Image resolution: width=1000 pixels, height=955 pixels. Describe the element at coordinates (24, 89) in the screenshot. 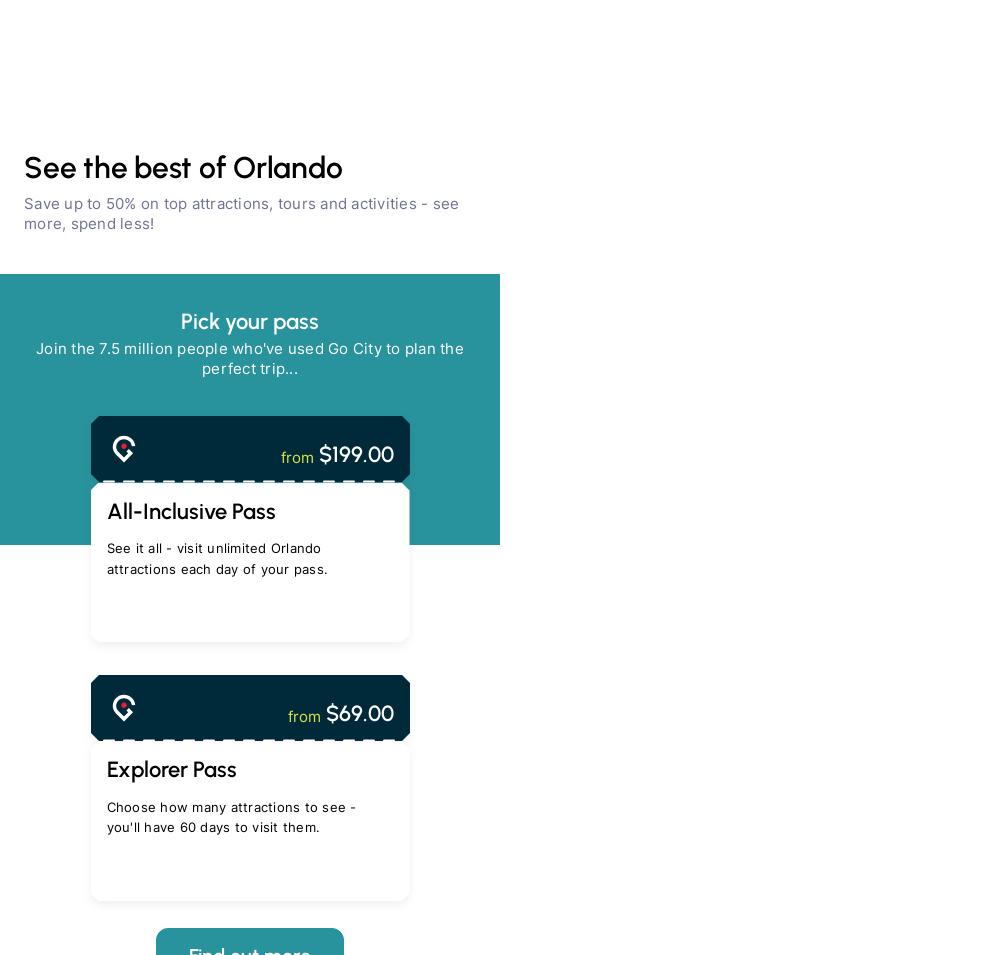

I see `'Save 10% with code OCTOBER10 - ends October 29'` at that location.